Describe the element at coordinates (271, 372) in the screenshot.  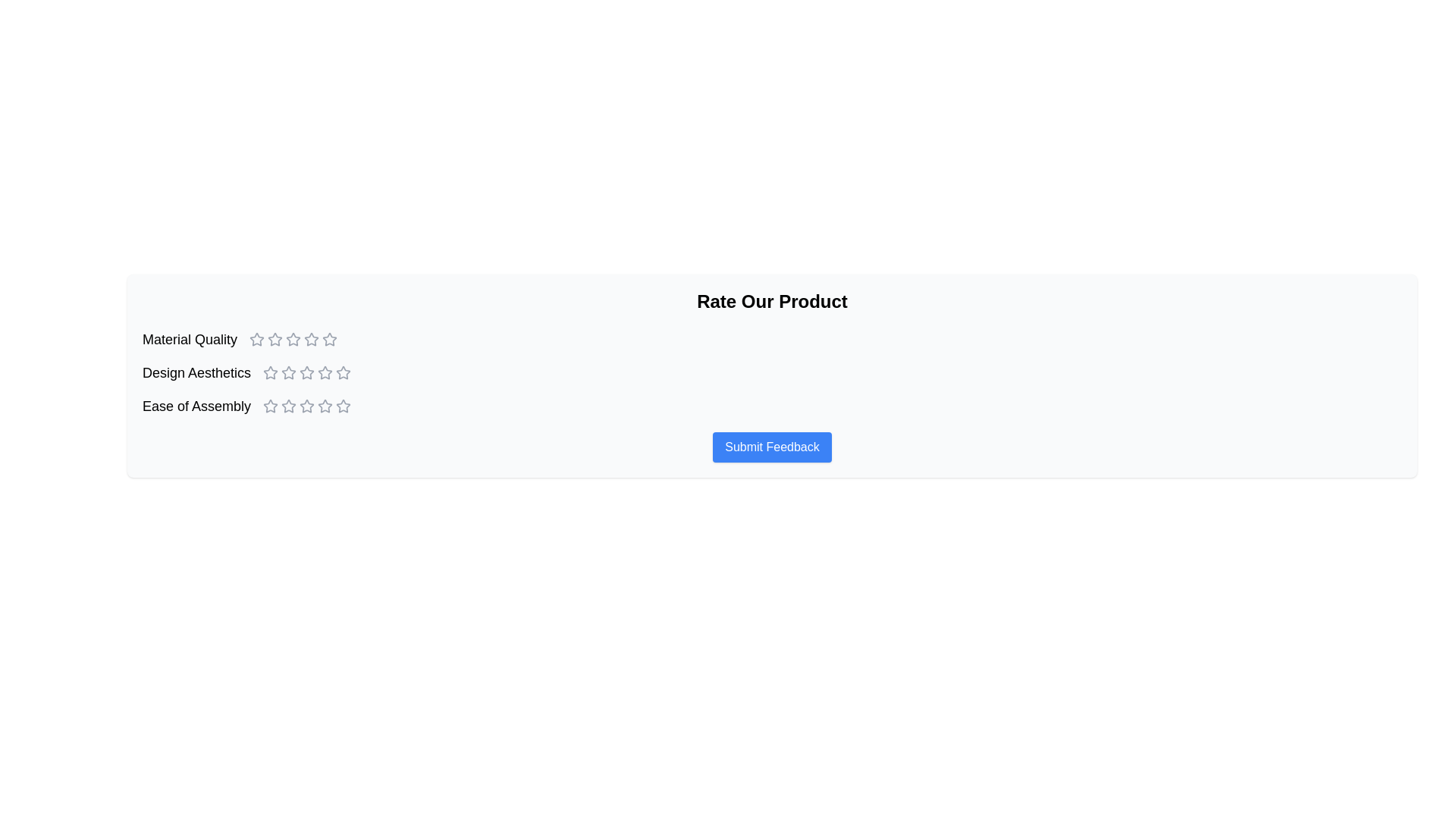
I see `the second star icon in the rating series next to the label 'Design Aesthetics'` at that location.